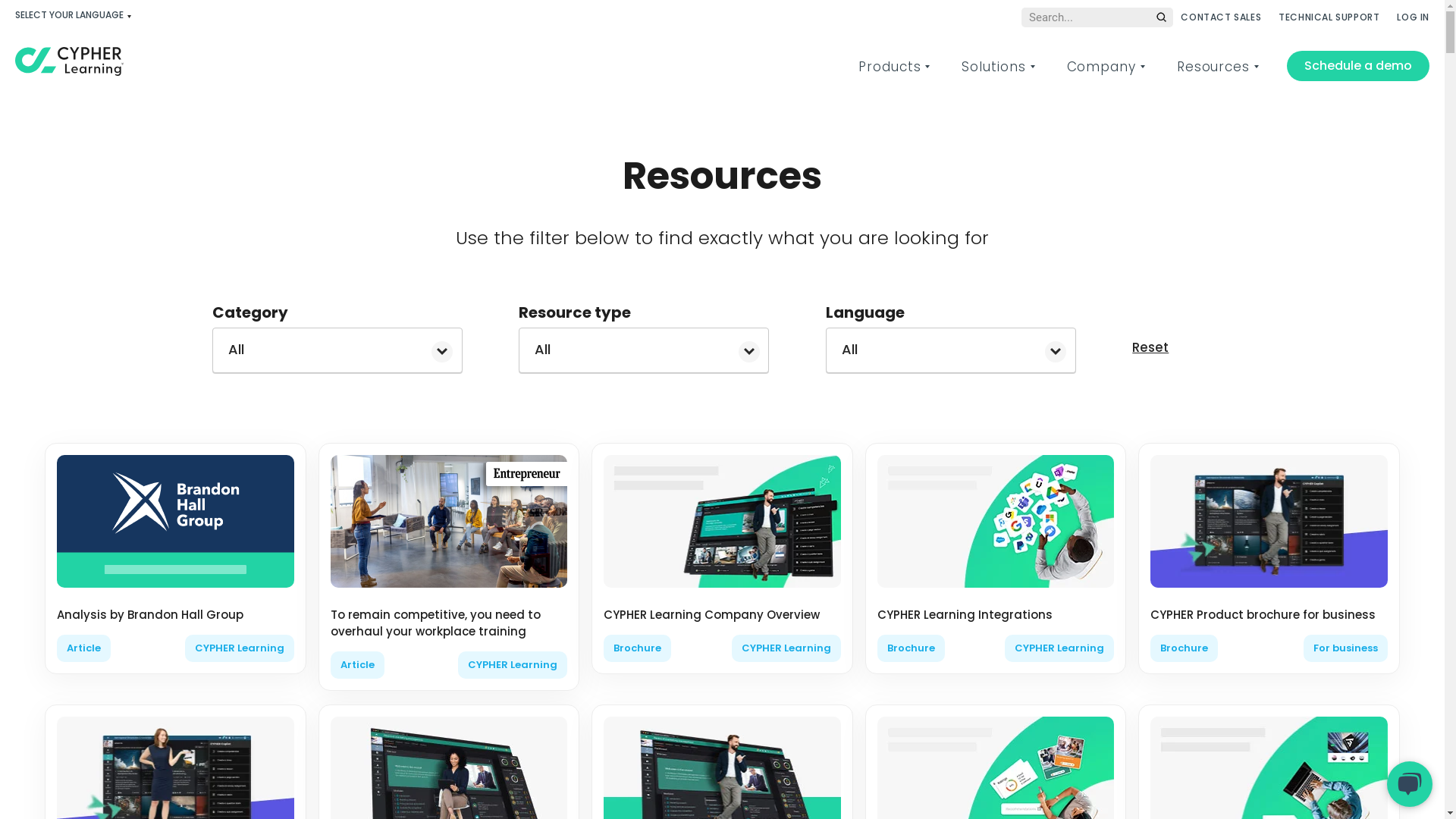 The height and width of the screenshot is (819, 1456). I want to click on 'Resources', so click(1212, 66).